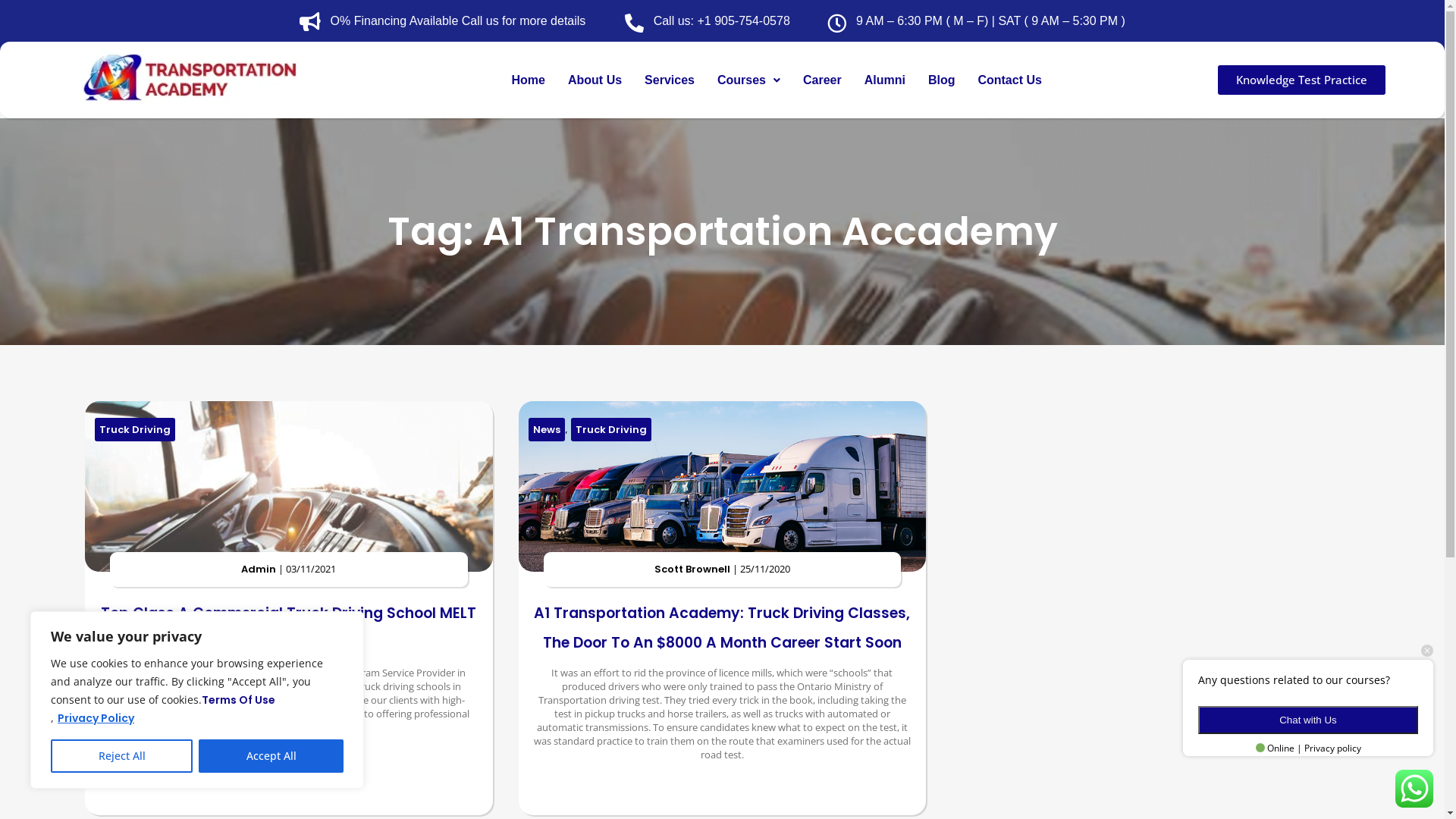 The width and height of the screenshot is (1456, 819). Describe the element at coordinates (1307, 719) in the screenshot. I see `'Chat with Us'` at that location.